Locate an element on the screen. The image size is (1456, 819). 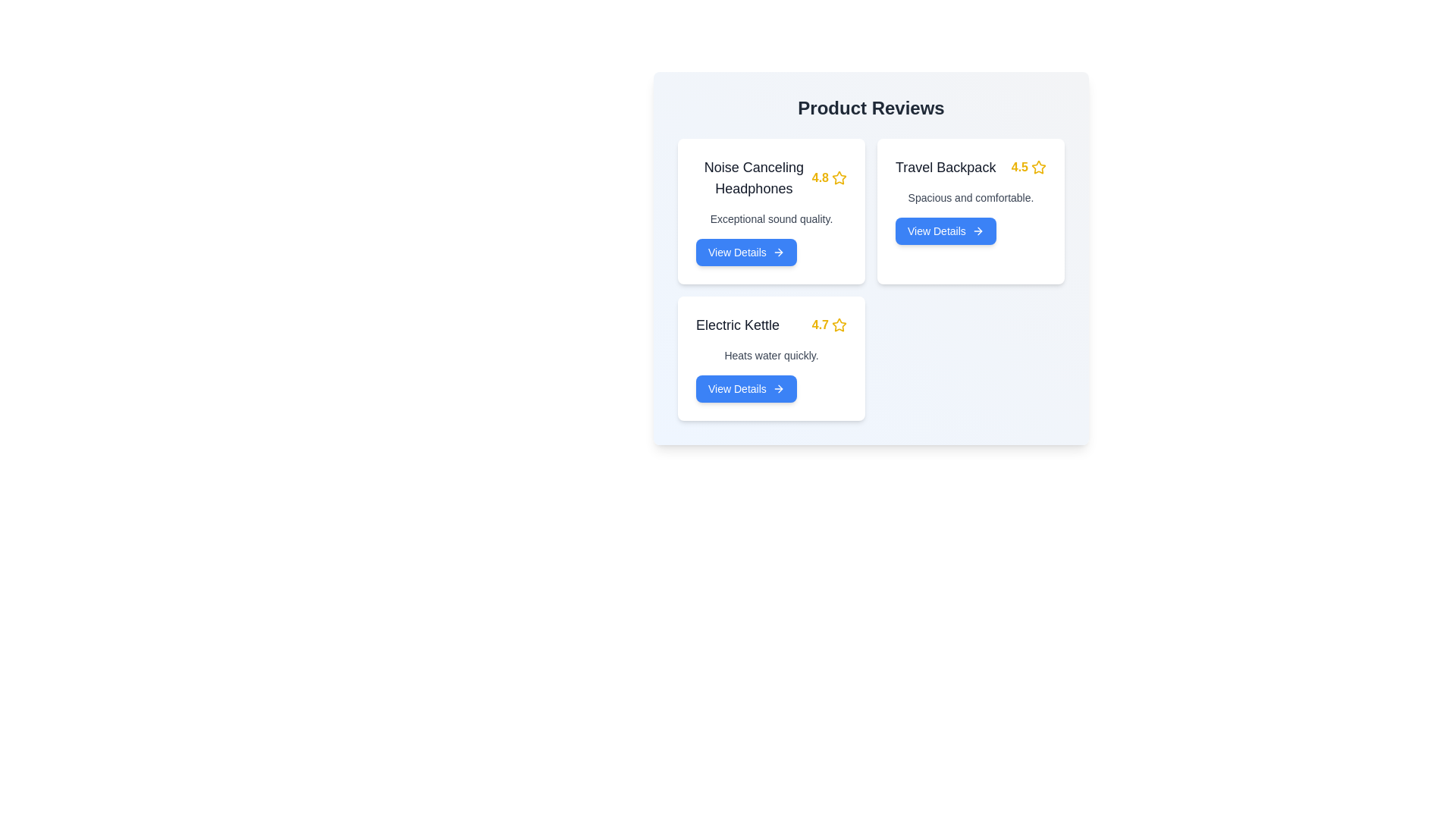
the product card for Travel Backpack is located at coordinates (971, 211).